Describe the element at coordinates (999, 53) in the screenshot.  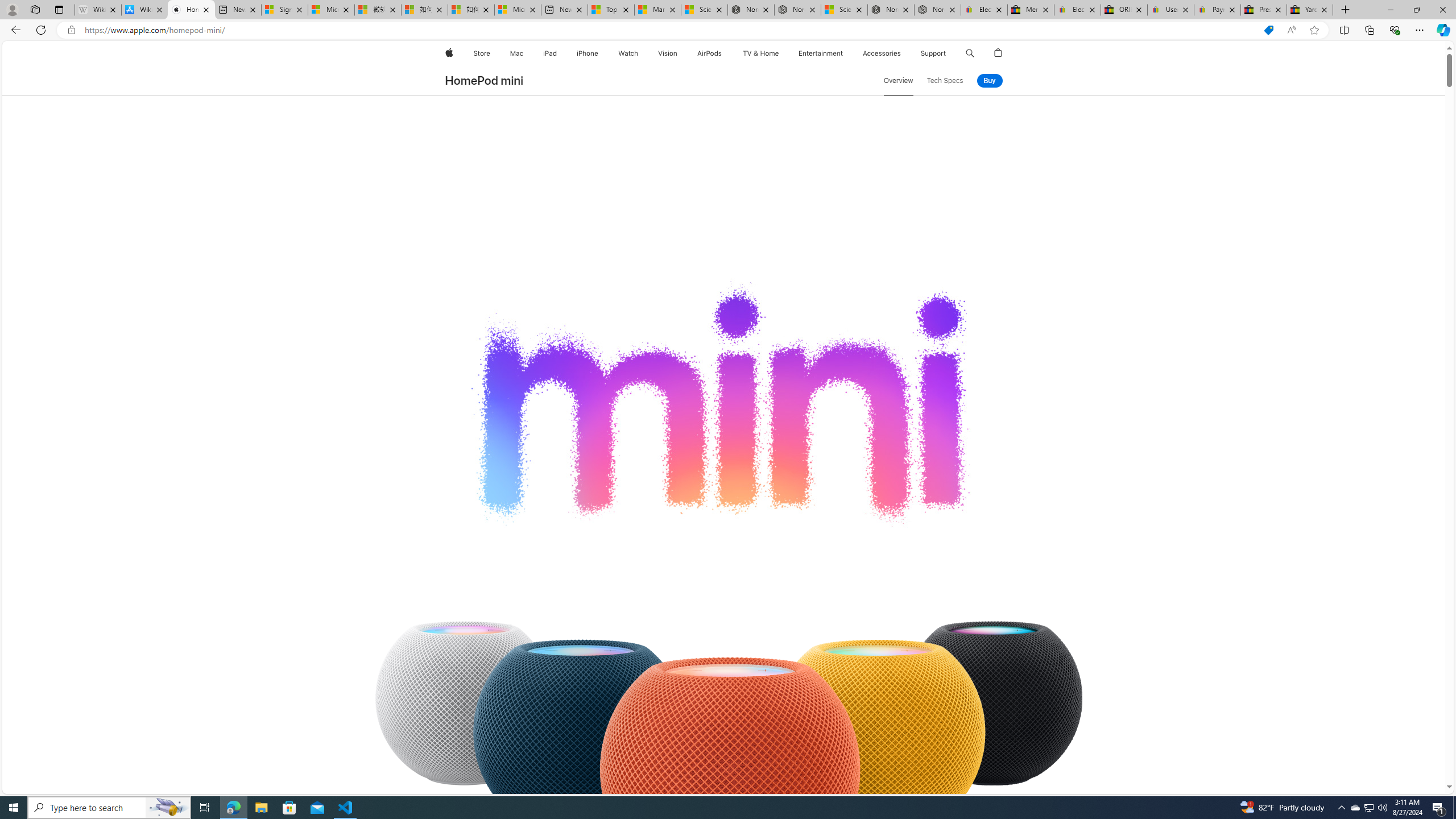
I see `'AutomationID: globalnav-bag'` at that location.